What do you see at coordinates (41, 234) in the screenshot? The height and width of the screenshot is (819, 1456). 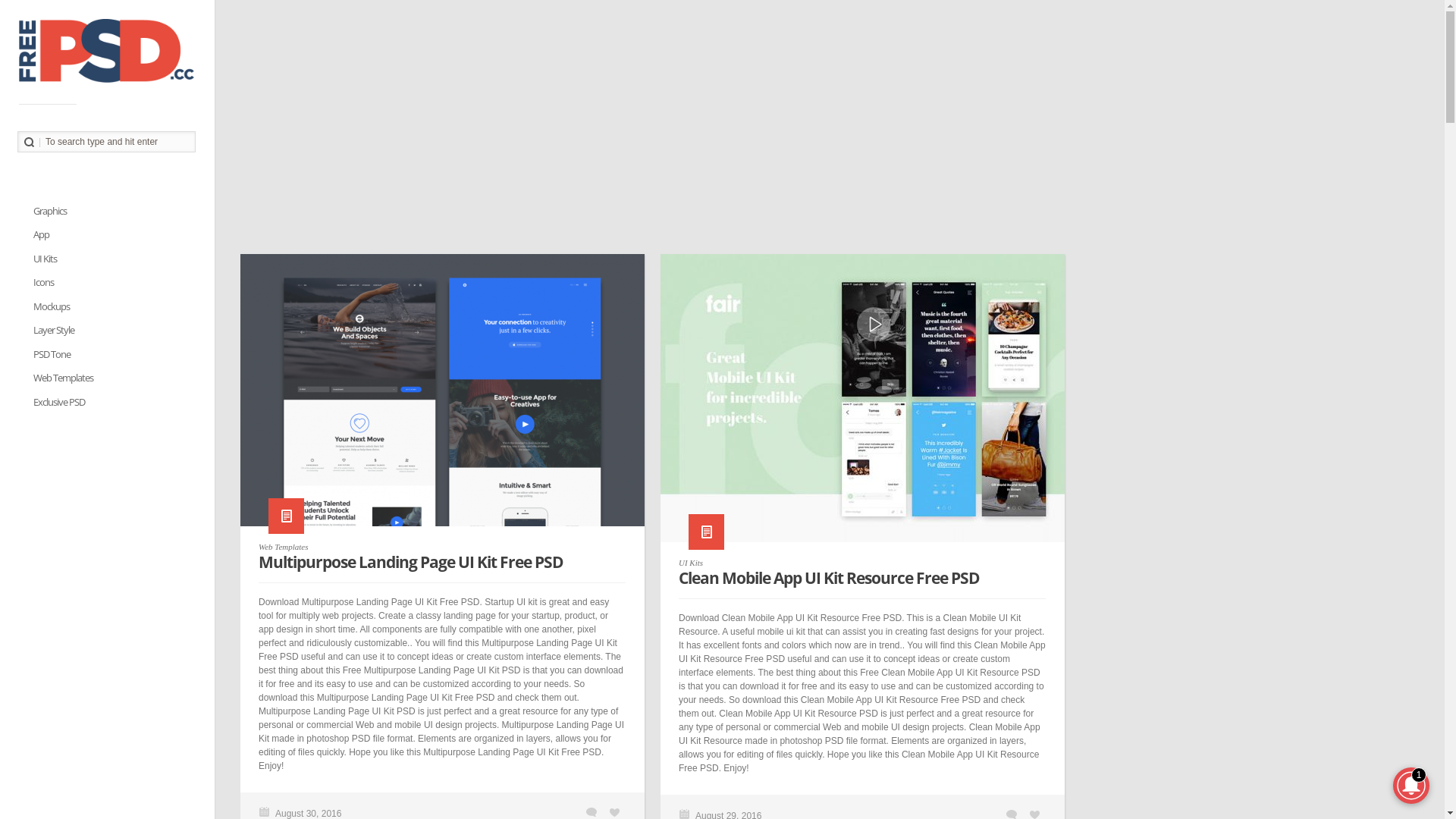 I see `'App'` at bounding box center [41, 234].